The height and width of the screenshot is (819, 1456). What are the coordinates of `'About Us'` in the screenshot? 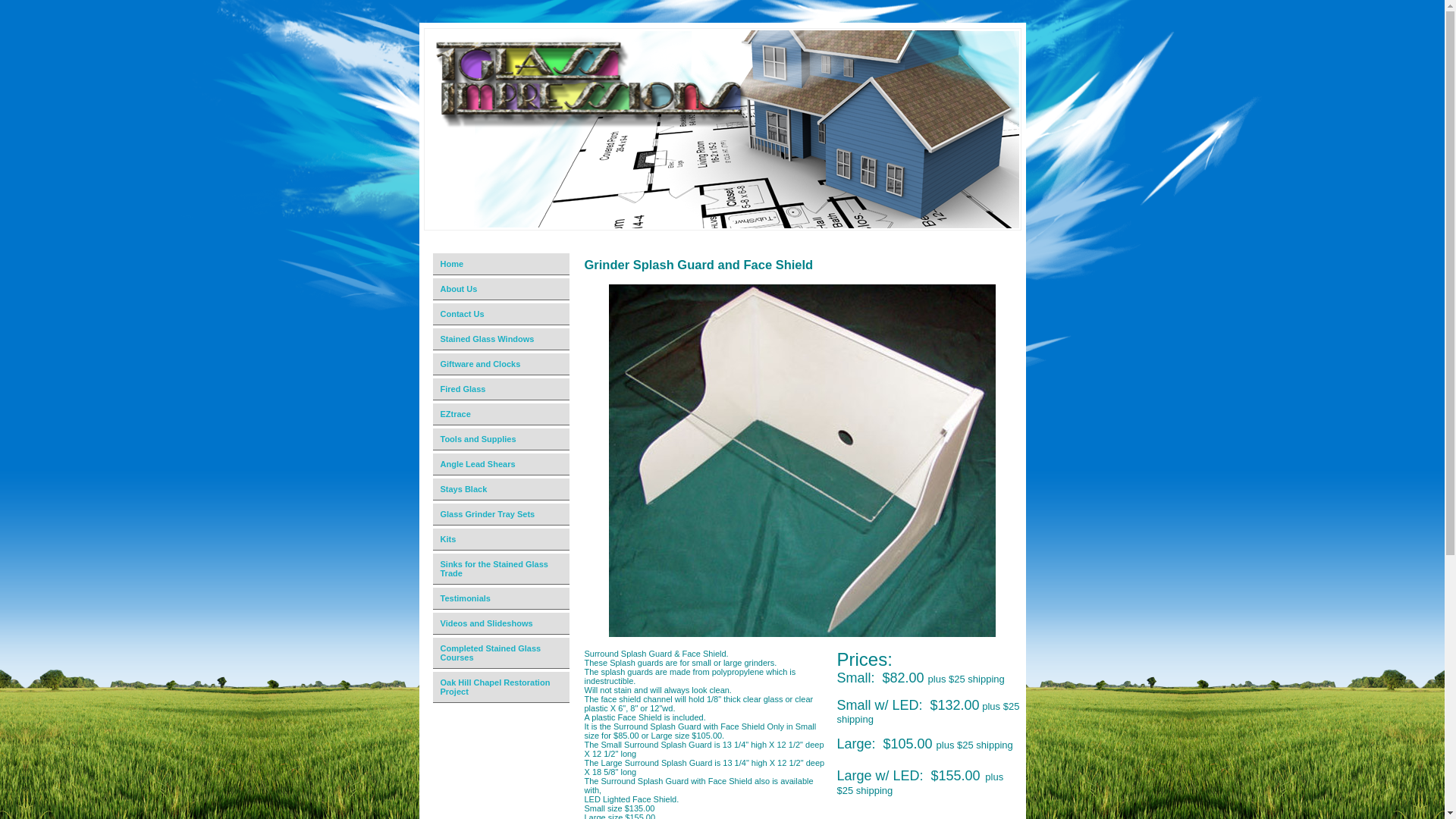 It's located at (502, 289).